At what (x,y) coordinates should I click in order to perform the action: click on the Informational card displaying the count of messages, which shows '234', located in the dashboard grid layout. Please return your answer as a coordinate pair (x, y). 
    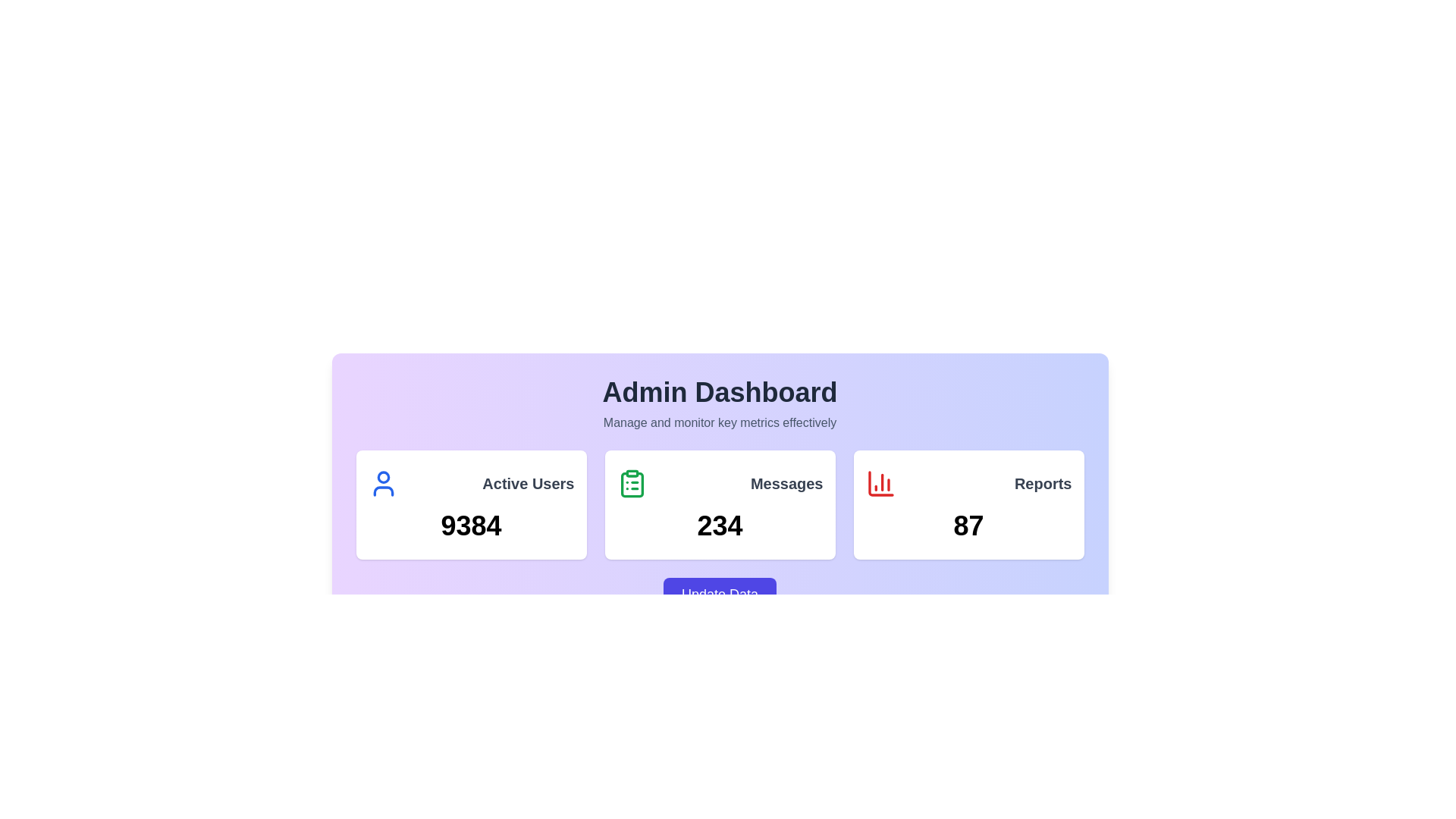
    Looking at the image, I should click on (719, 505).